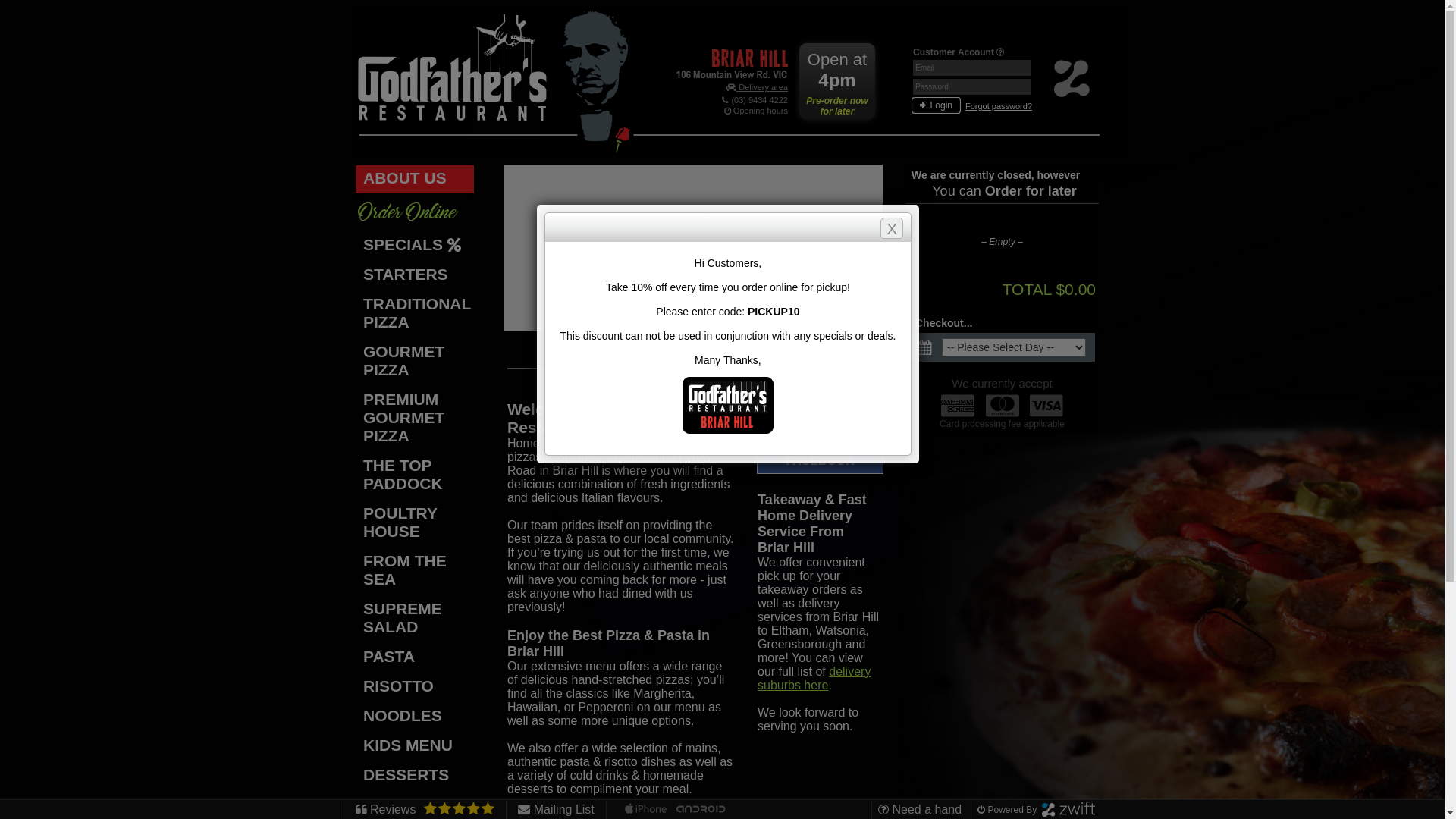 The height and width of the screenshot is (819, 1456). Describe the element at coordinates (1046, 405) in the screenshot. I see `'Visa'` at that location.